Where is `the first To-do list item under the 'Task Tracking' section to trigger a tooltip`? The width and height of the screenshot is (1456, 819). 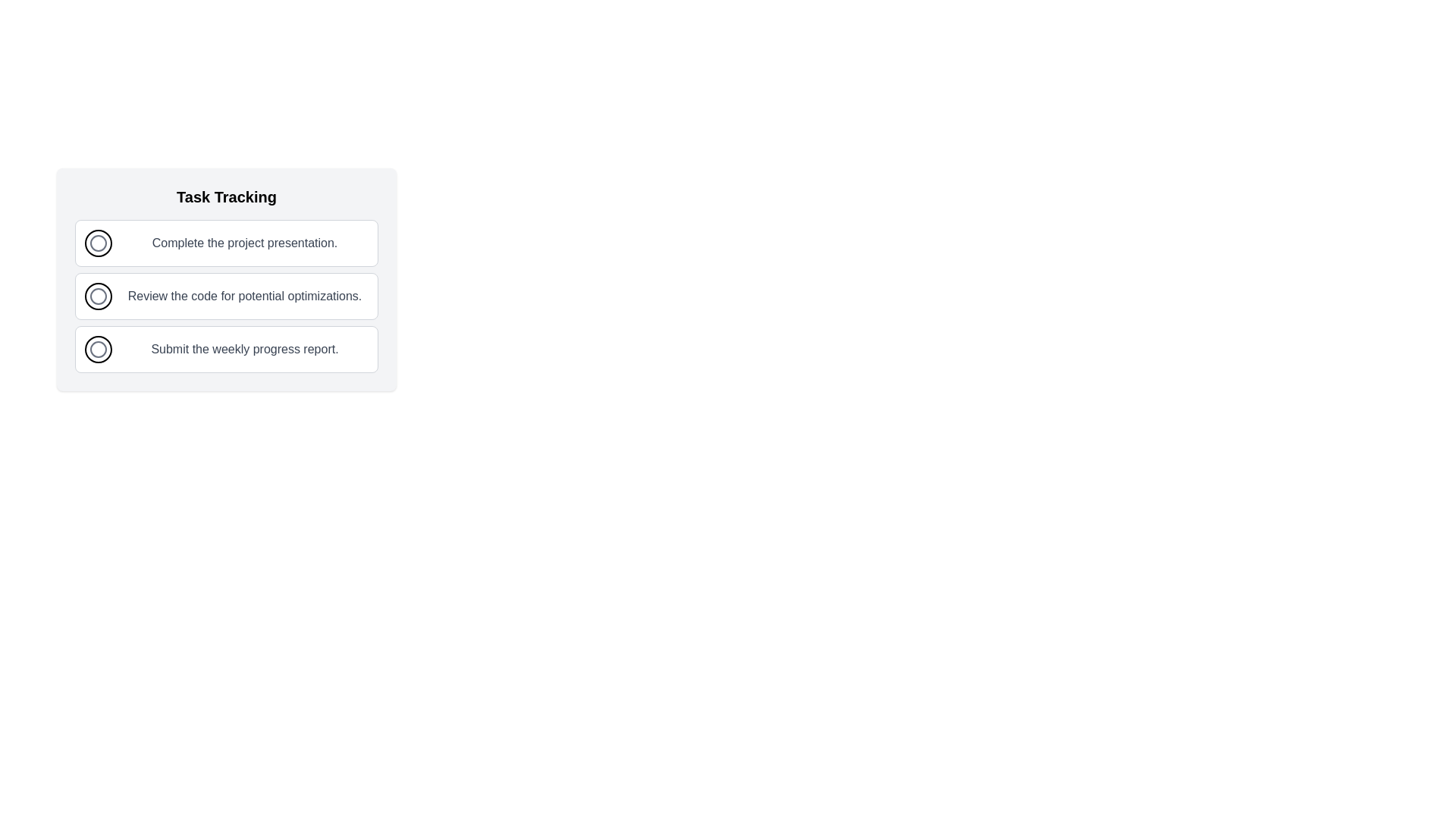
the first To-do list item under the 'Task Tracking' section to trigger a tooltip is located at coordinates (225, 242).